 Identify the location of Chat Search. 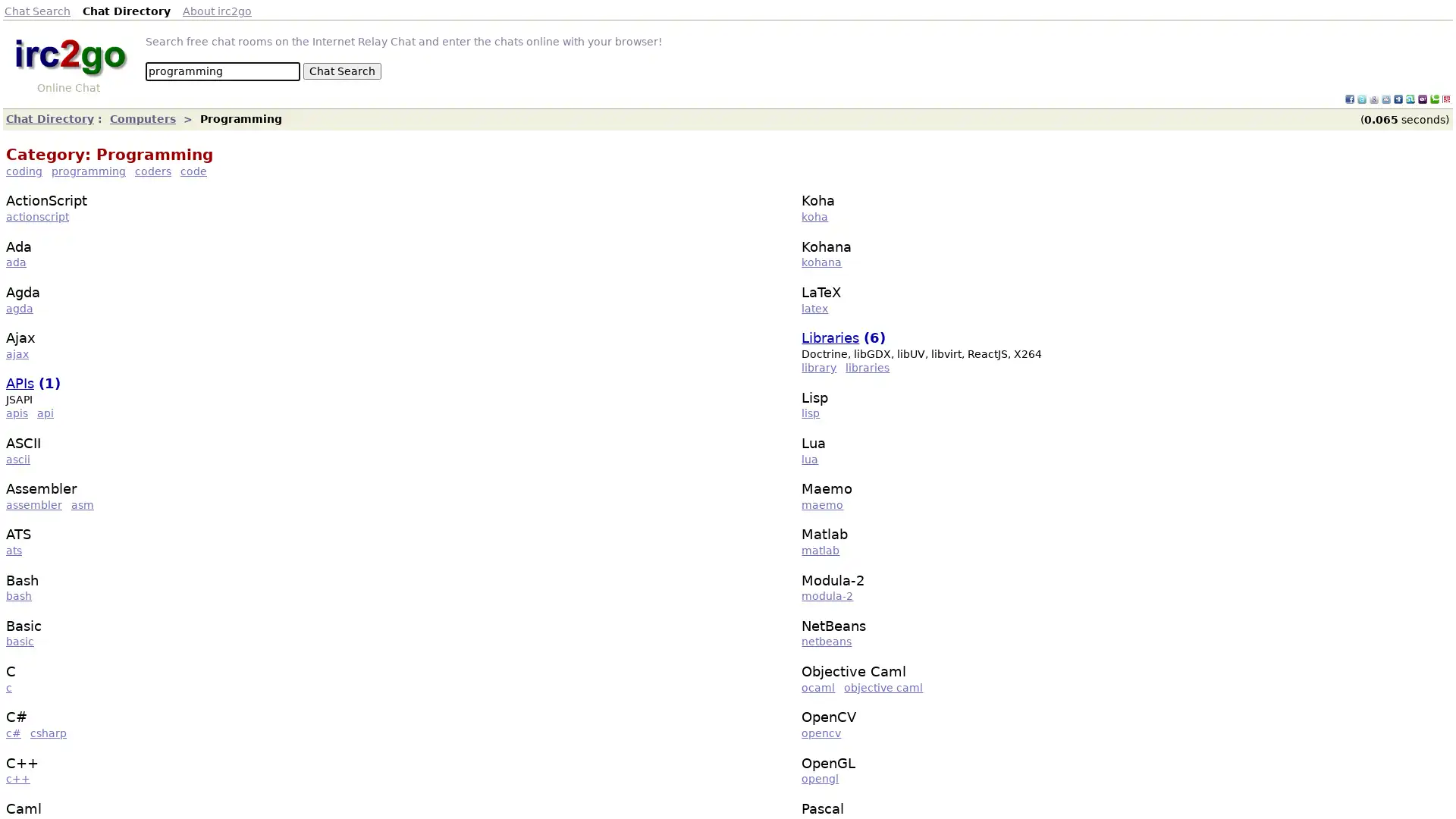
(341, 71).